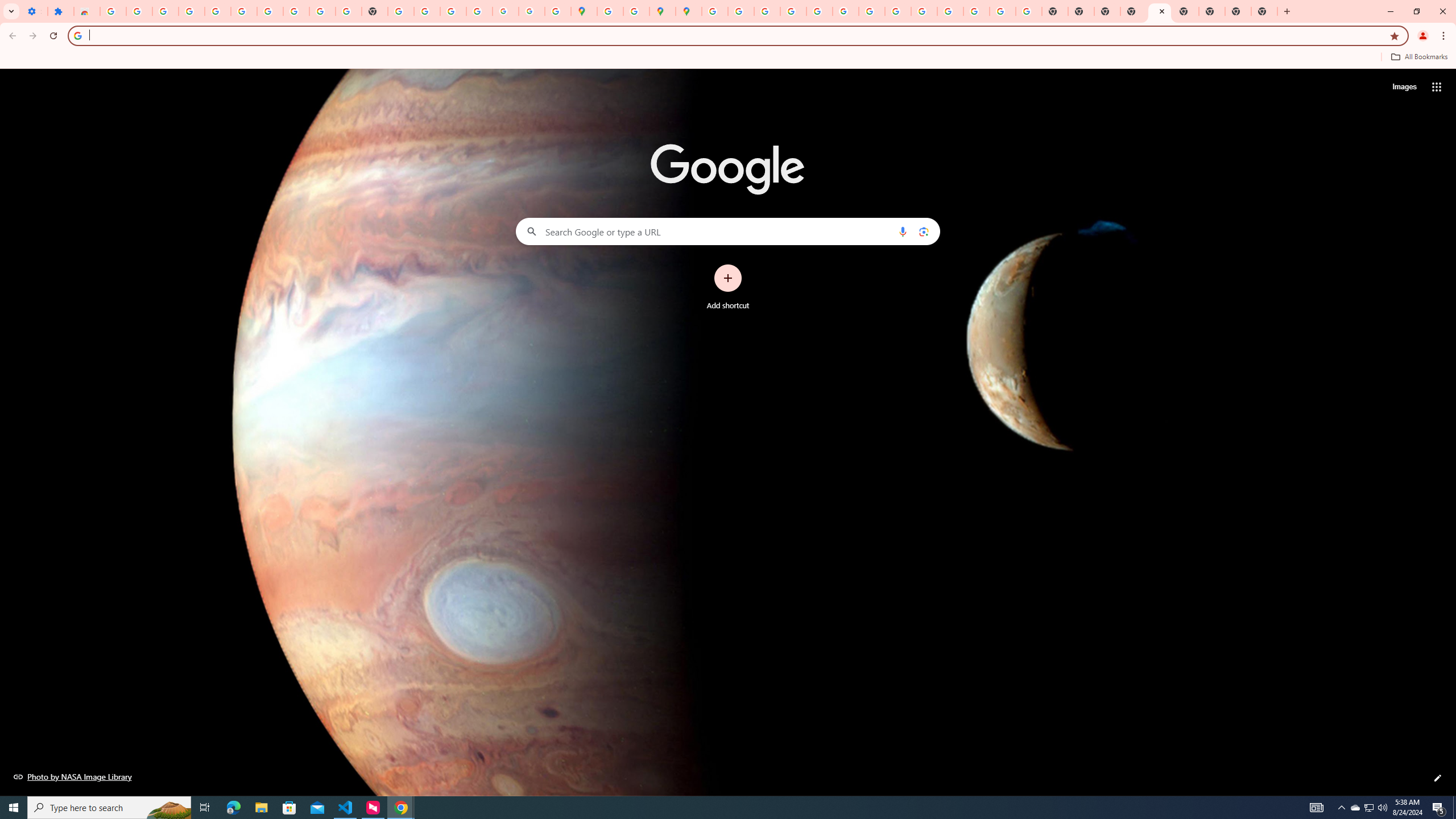  What do you see at coordinates (401, 11) in the screenshot?
I see `'https://scholar.google.com/'` at bounding box center [401, 11].